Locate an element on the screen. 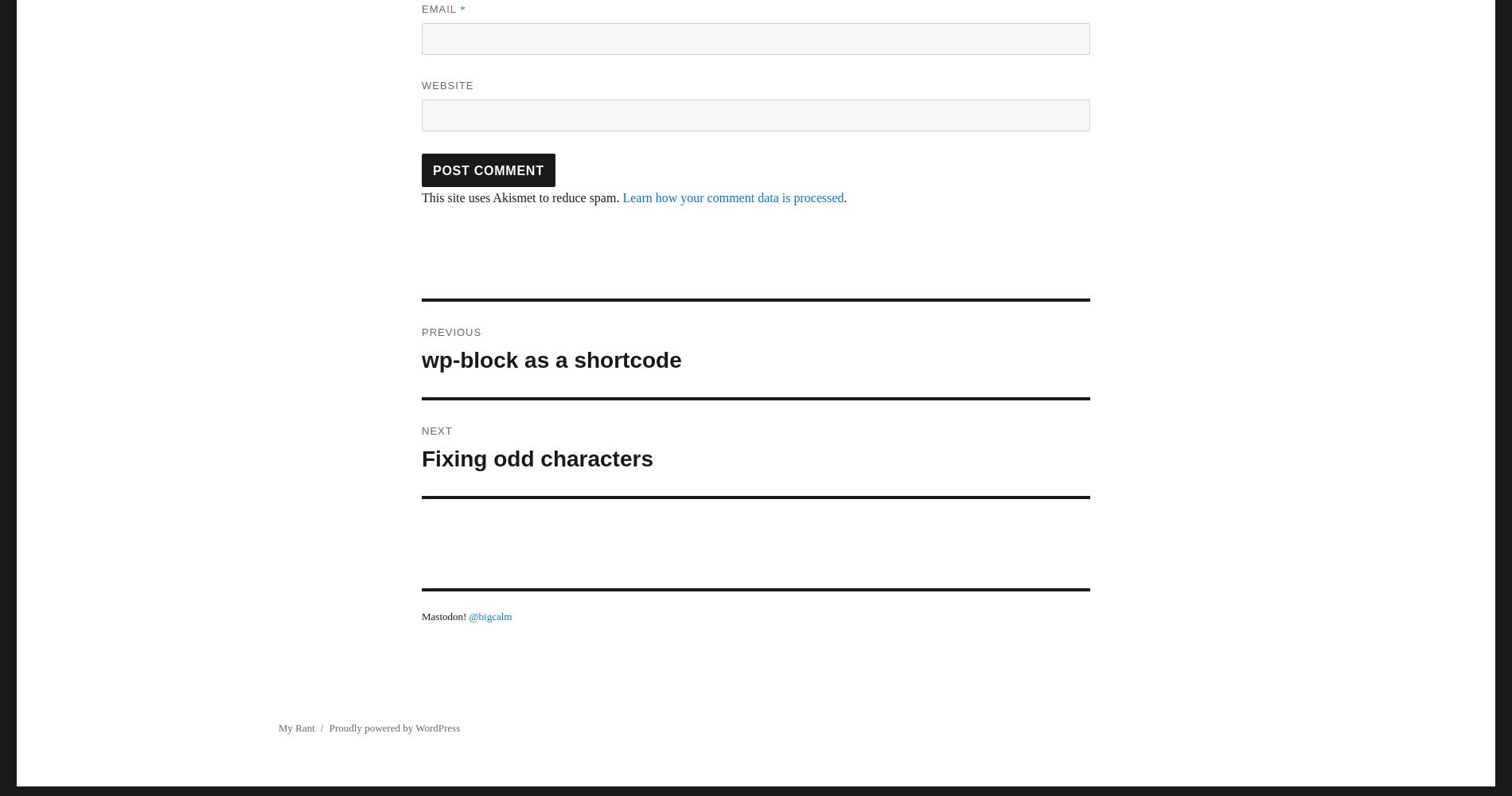  'Proudly powered by WordPress' is located at coordinates (328, 728).